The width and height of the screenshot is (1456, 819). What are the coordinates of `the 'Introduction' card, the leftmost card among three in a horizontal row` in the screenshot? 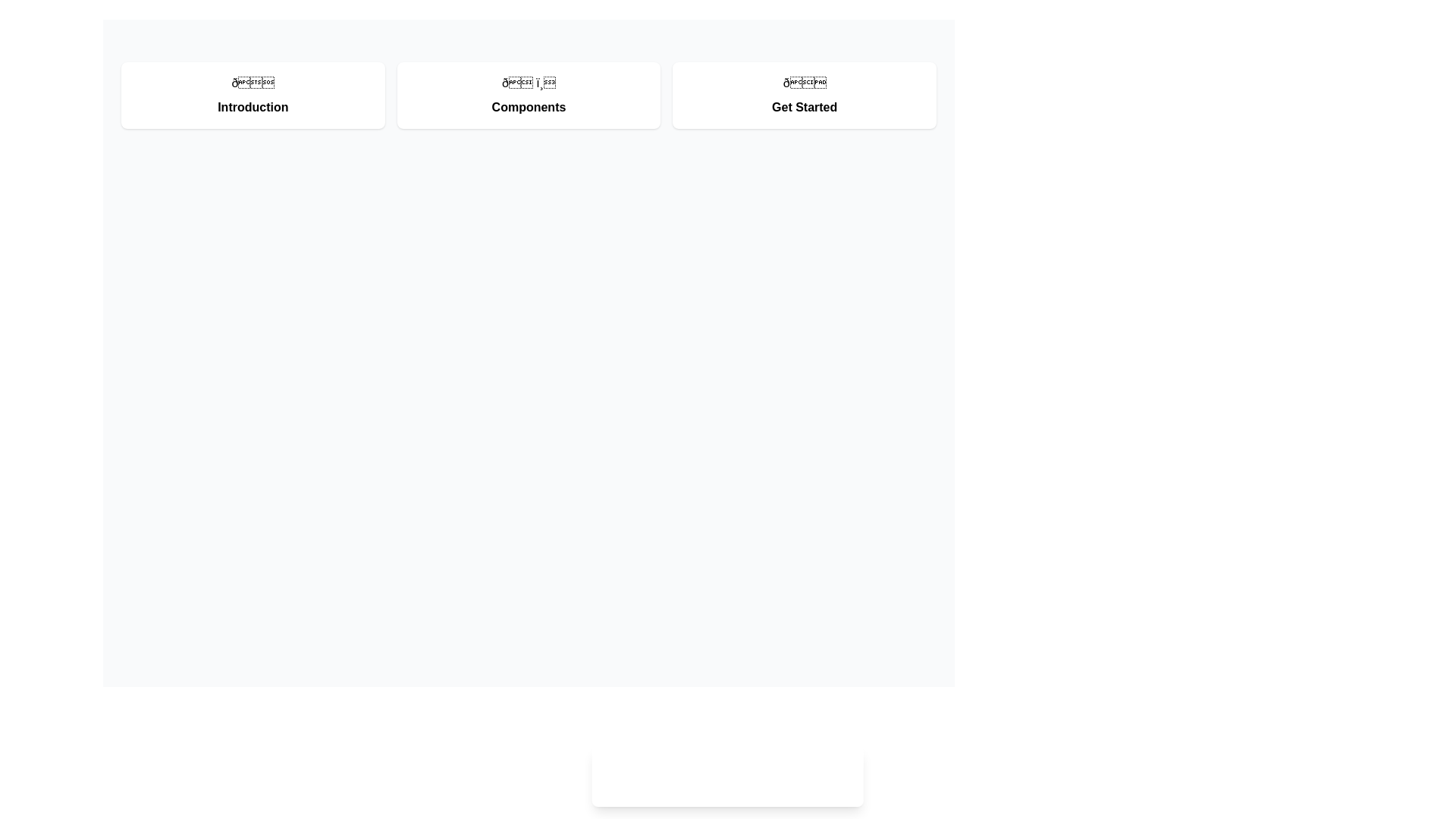 It's located at (253, 96).